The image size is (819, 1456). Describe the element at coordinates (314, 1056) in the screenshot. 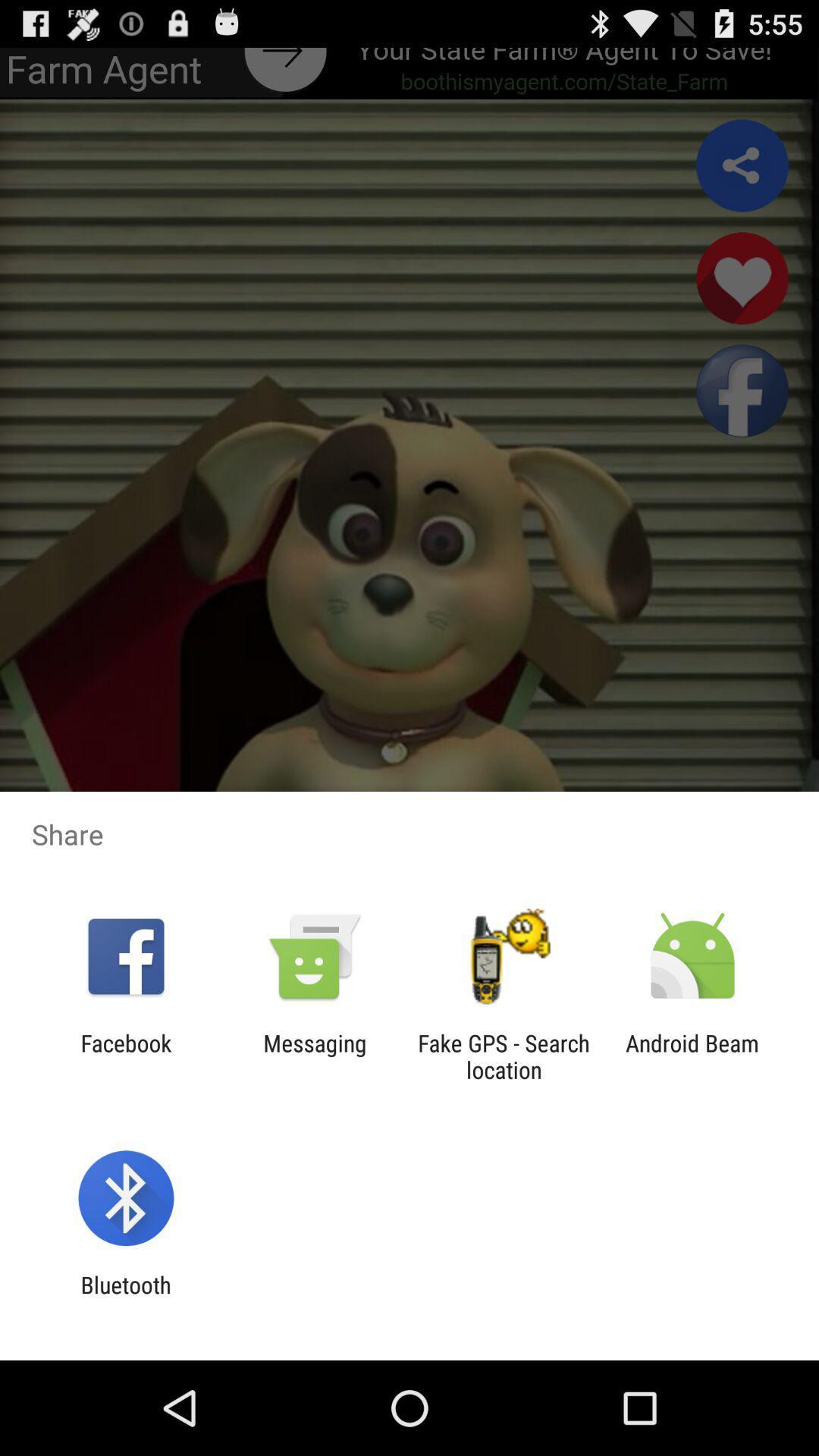

I see `the messaging item` at that location.